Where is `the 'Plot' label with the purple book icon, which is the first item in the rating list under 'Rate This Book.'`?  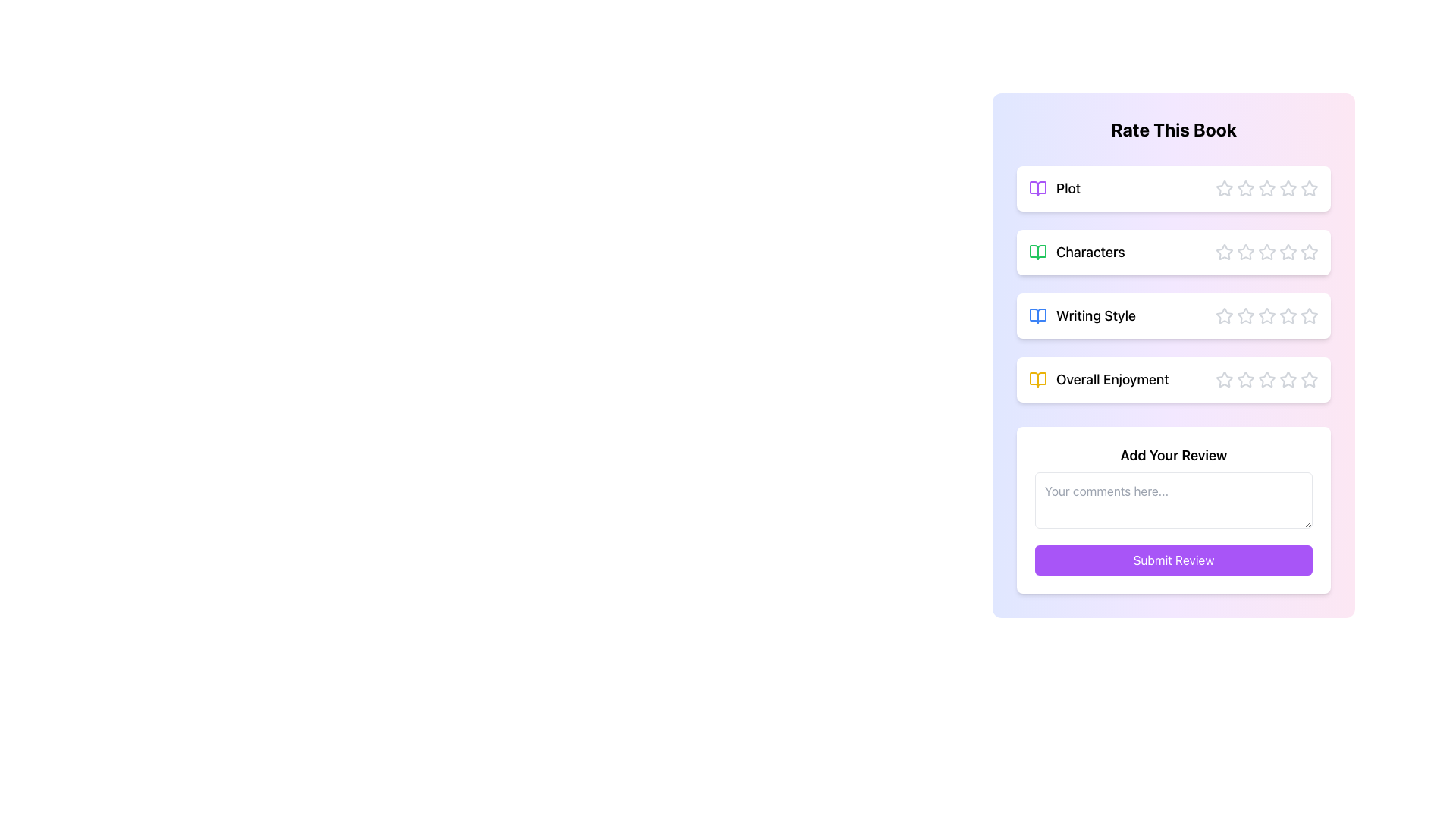
the 'Plot' label with the purple book icon, which is the first item in the rating list under 'Rate This Book.' is located at coordinates (1054, 188).